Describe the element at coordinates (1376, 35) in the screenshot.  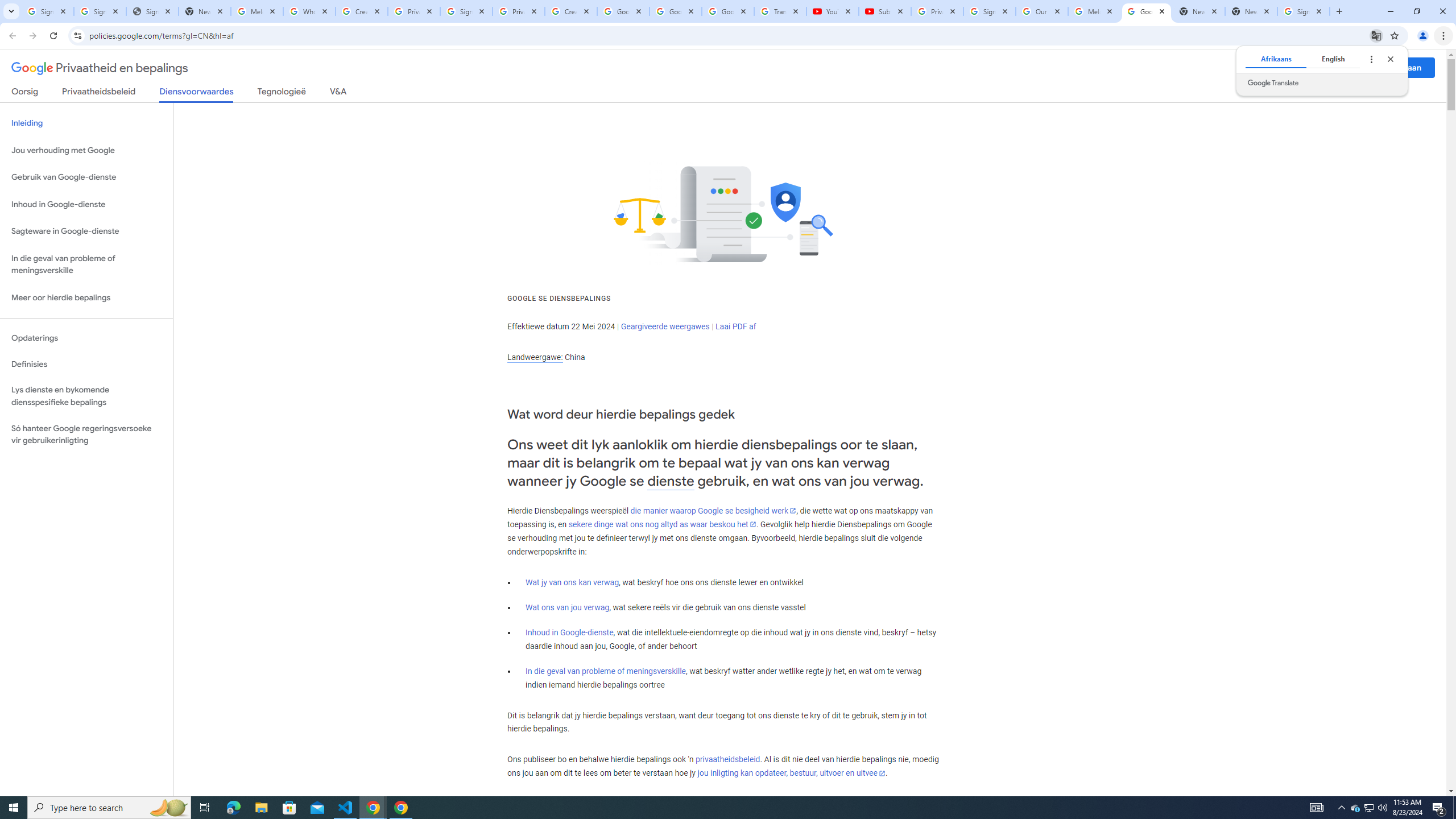
I see `'Translate this page'` at that location.